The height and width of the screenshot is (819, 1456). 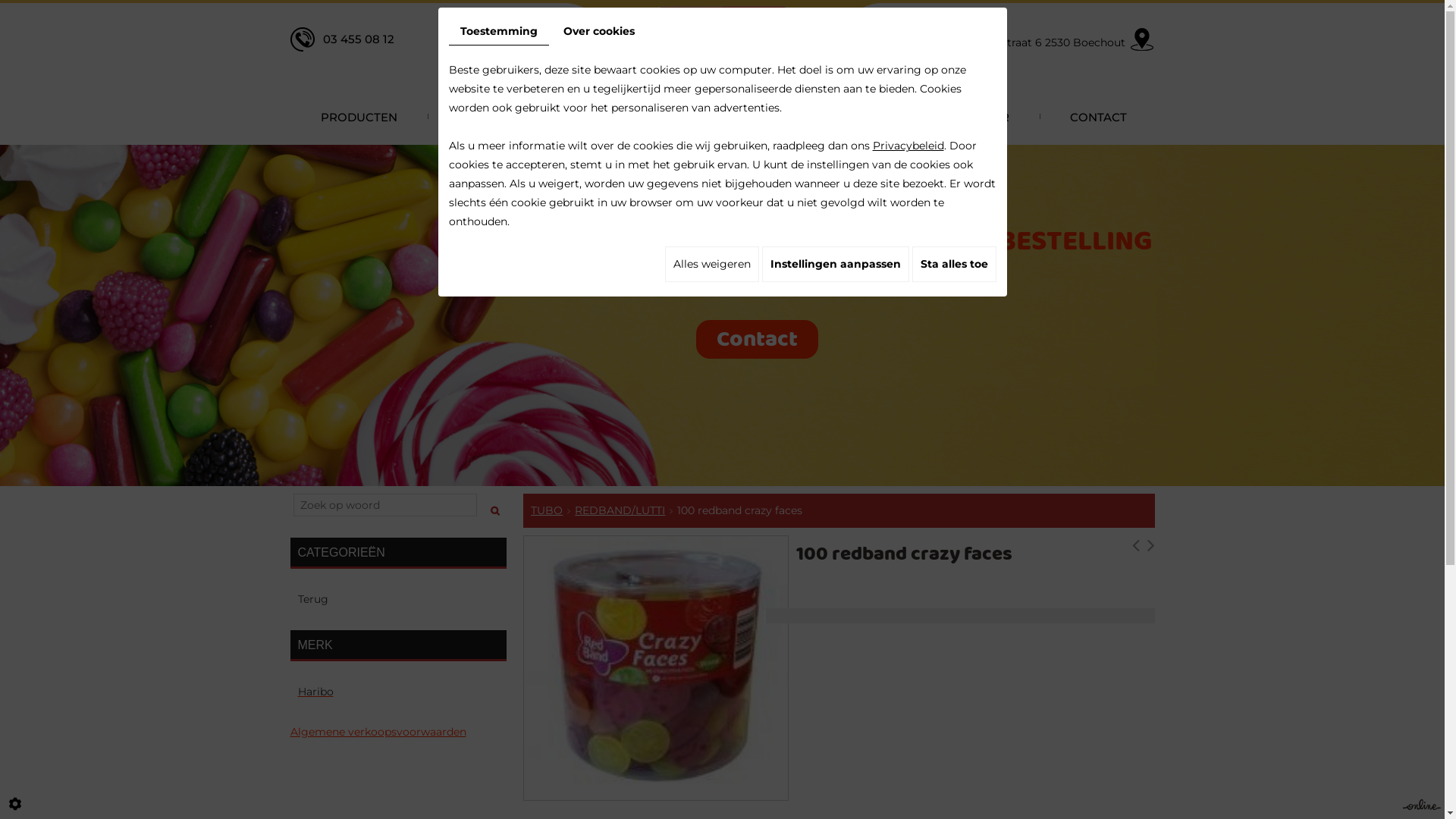 What do you see at coordinates (664, 263) in the screenshot?
I see `'Alles weigeren'` at bounding box center [664, 263].